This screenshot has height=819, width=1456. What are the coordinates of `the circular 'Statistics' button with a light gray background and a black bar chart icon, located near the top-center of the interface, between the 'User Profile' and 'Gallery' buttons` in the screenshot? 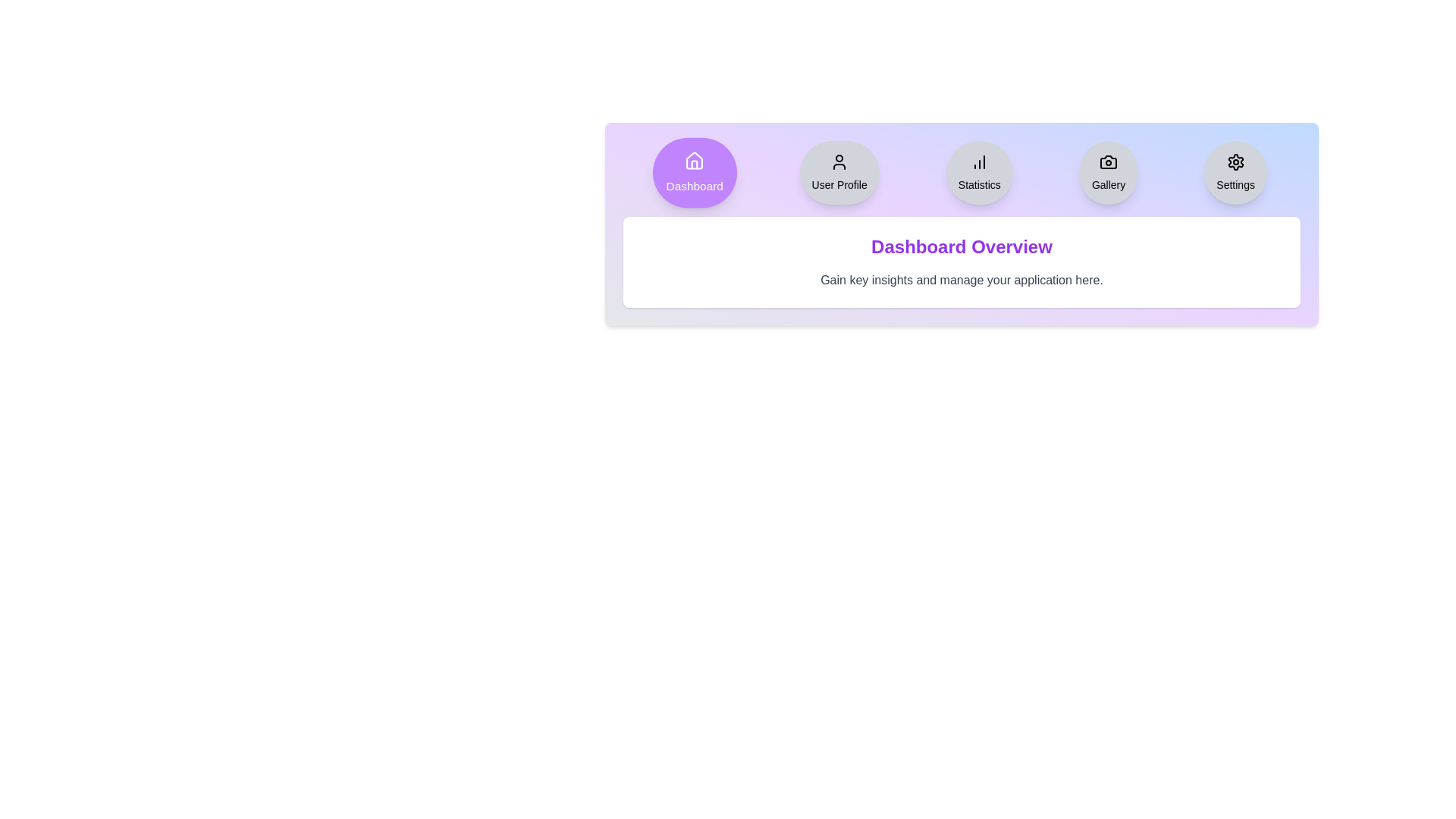 It's located at (979, 171).